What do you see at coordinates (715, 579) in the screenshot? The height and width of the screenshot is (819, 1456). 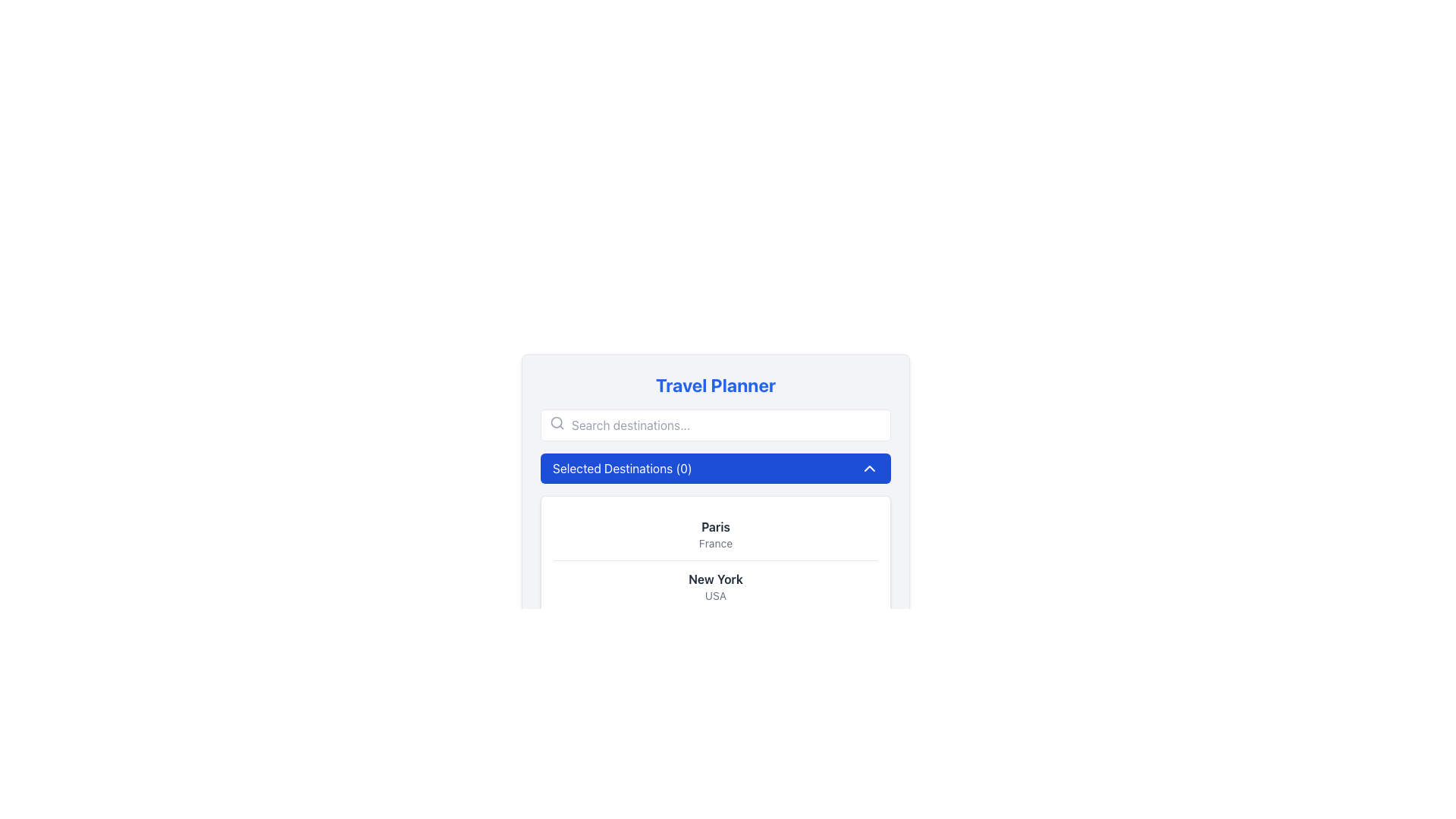 I see `the text label indicating the city name 'New York', which is part of a selectable destination entry located in a list of destinations above 'USA'` at bounding box center [715, 579].